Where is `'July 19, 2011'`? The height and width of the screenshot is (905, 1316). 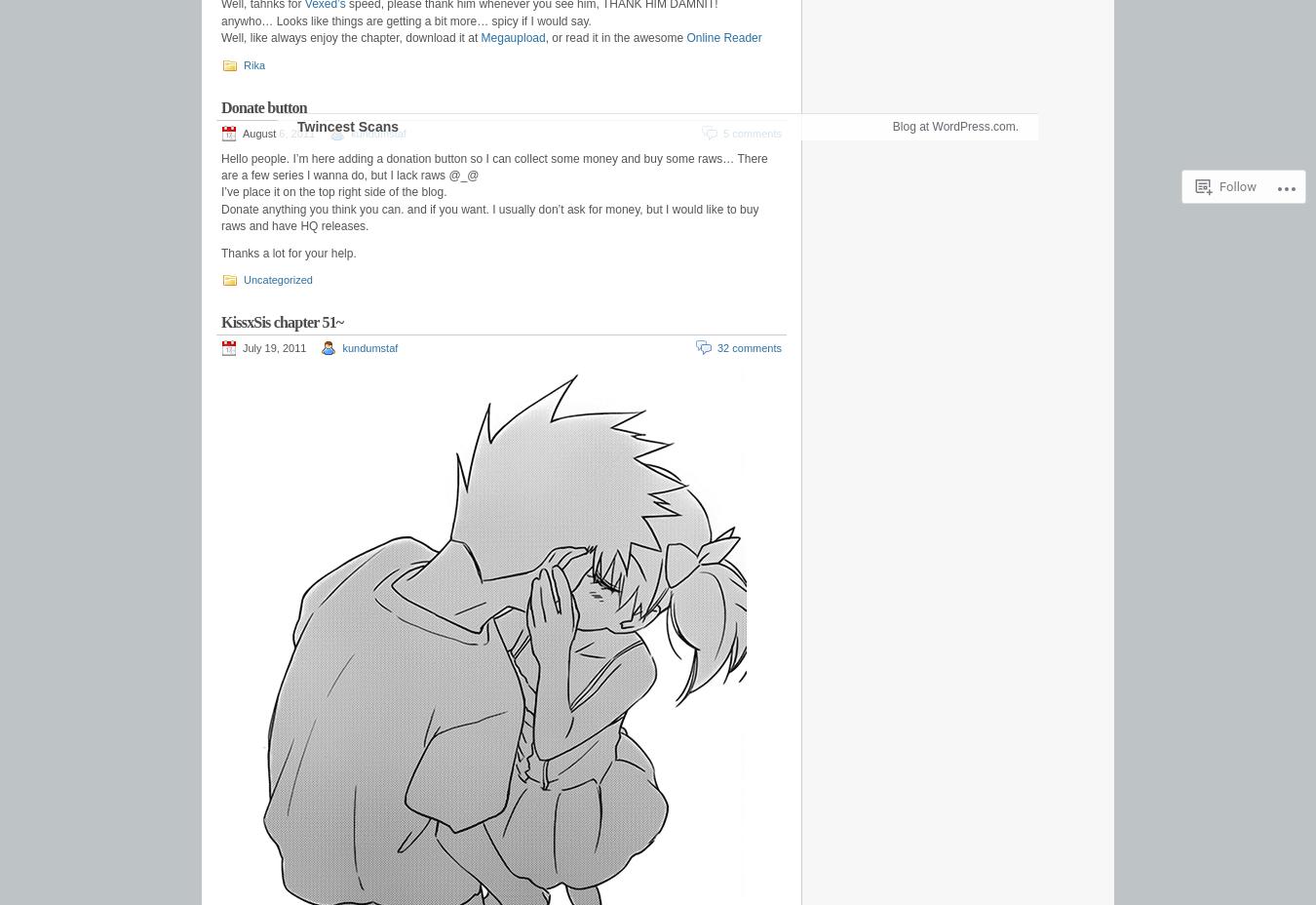 'July 19, 2011' is located at coordinates (241, 346).